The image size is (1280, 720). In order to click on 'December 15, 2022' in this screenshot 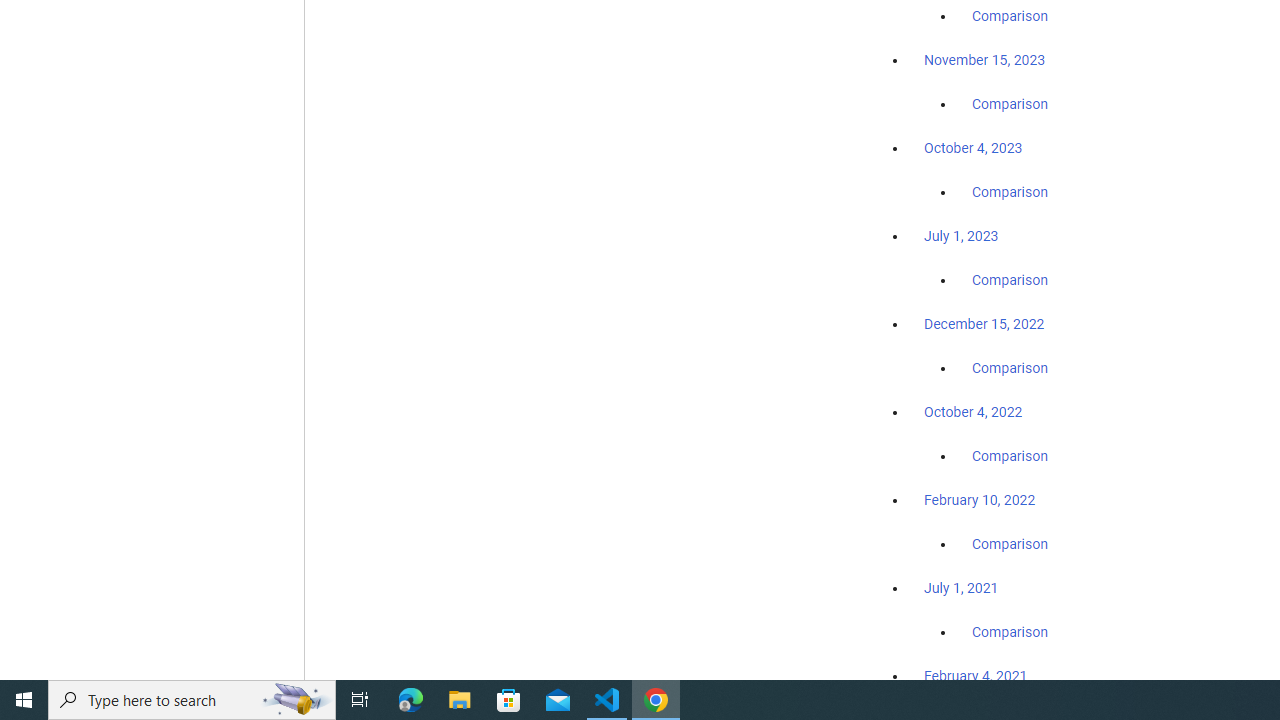, I will do `click(984, 323)`.